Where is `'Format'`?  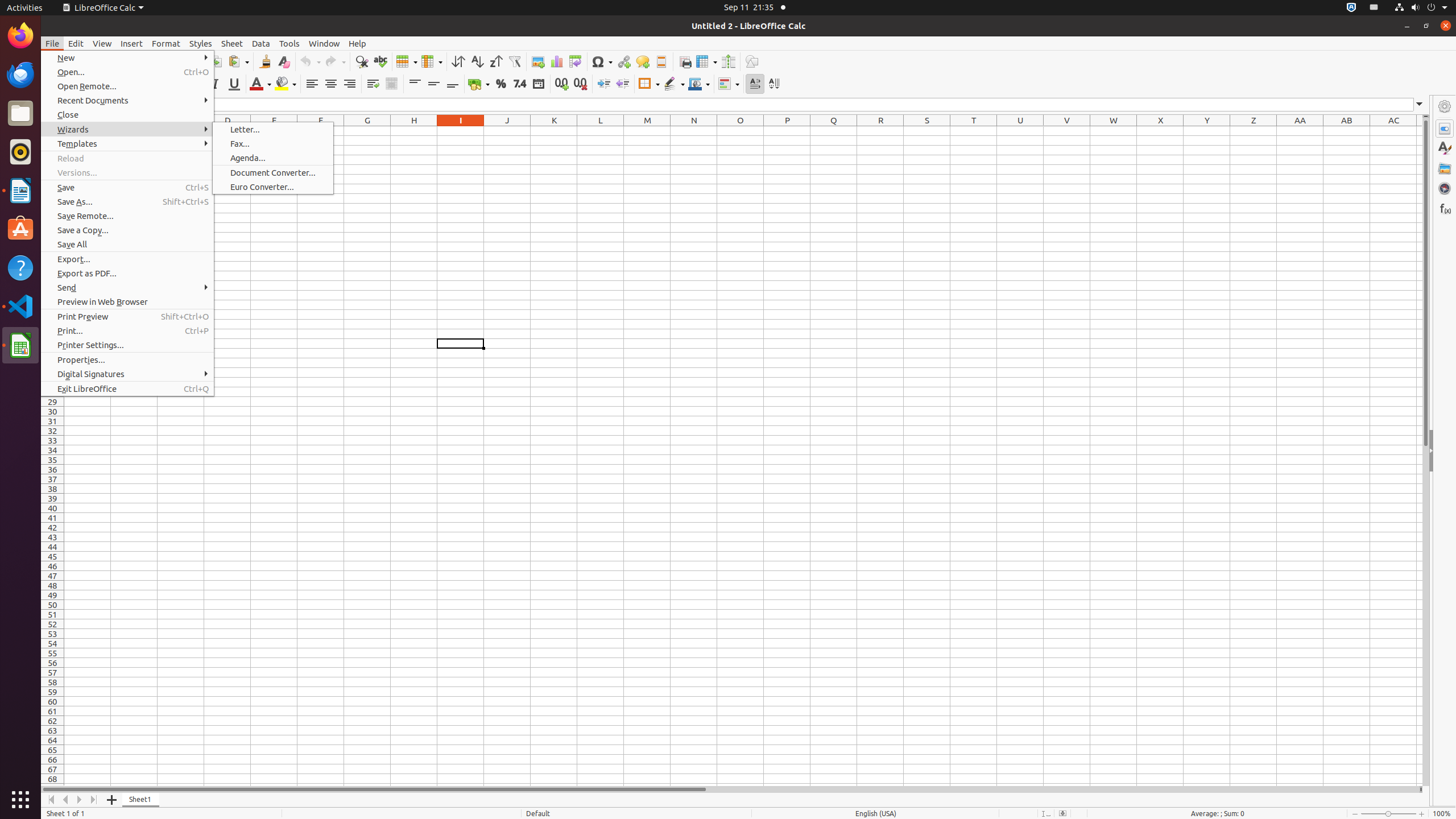
'Format' is located at coordinates (166, 43).